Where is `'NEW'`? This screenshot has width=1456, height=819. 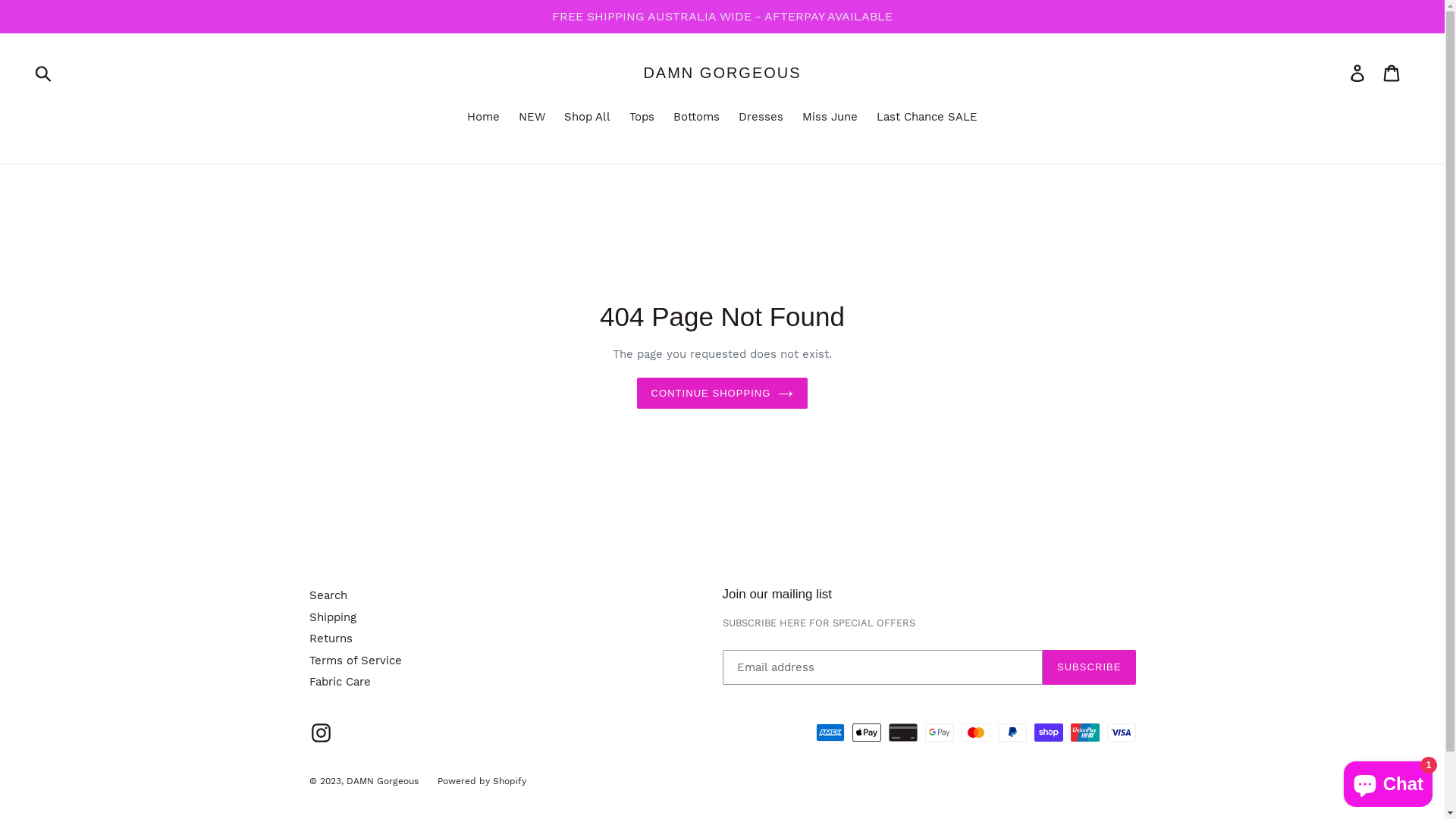 'NEW' is located at coordinates (532, 117).